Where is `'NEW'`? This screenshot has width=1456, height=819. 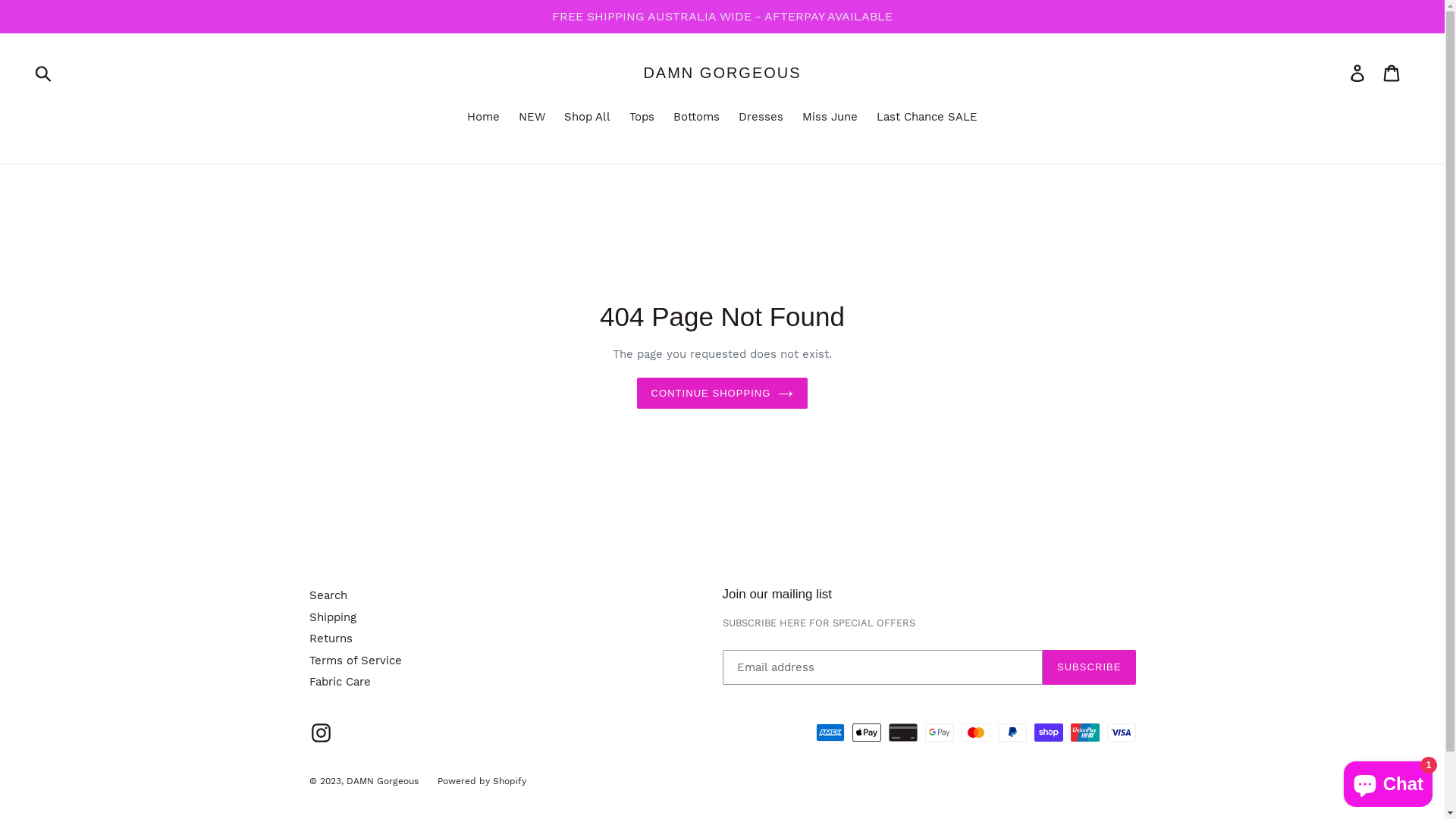 'NEW' is located at coordinates (532, 117).